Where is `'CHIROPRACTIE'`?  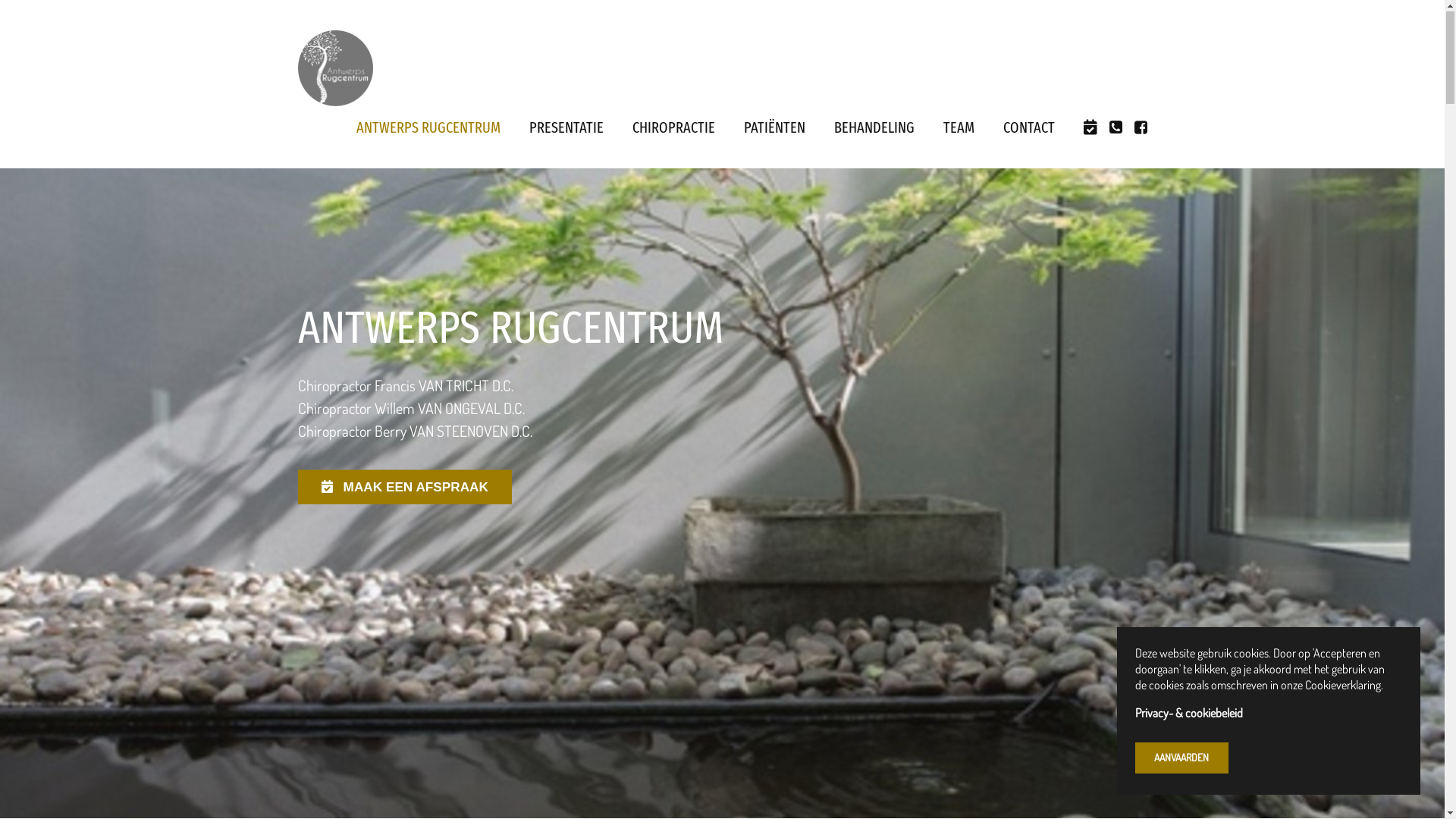 'CHIROPRACTIE' is located at coordinates (673, 127).